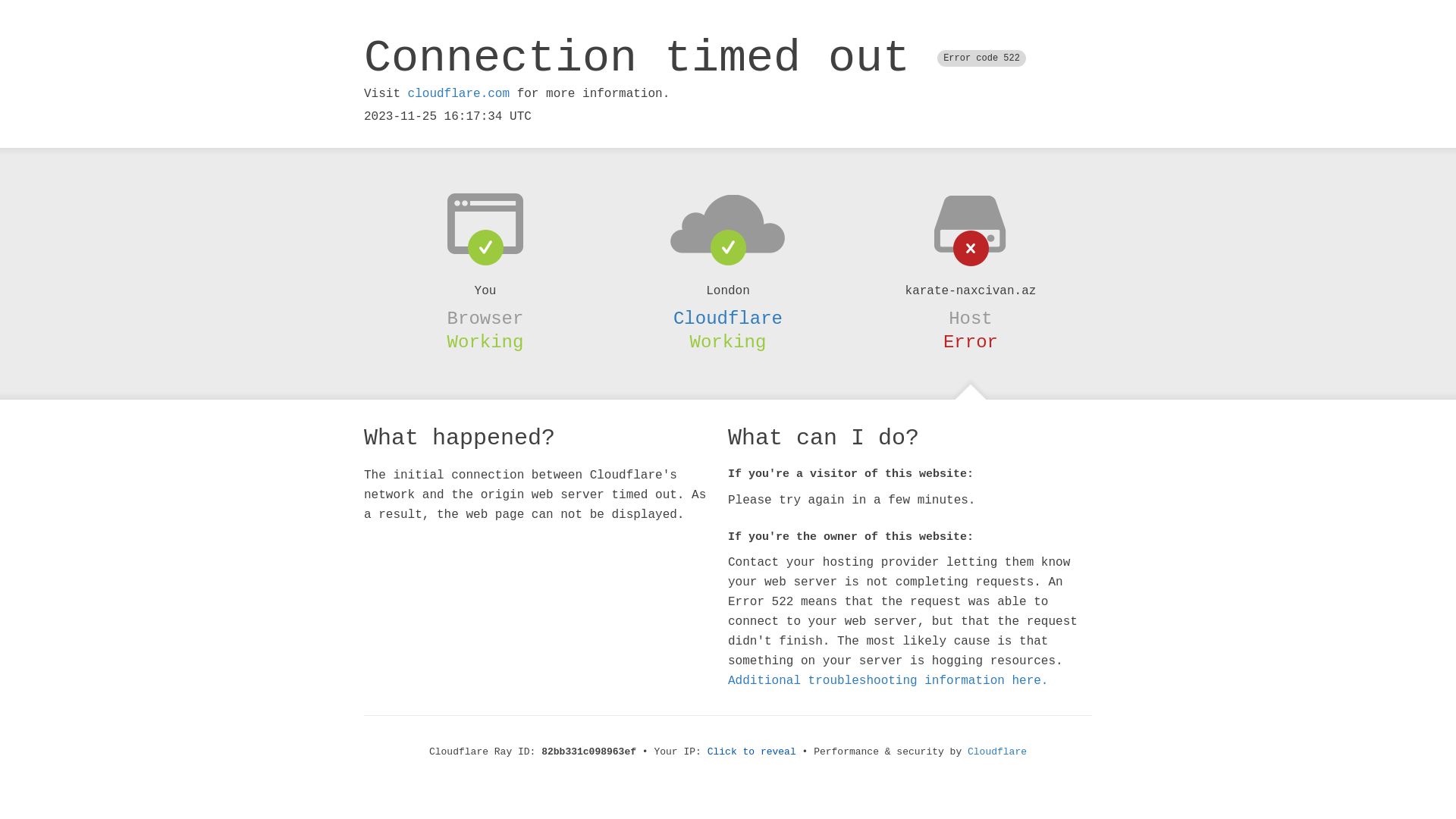 The width and height of the screenshot is (1456, 819). What do you see at coordinates (752, 752) in the screenshot?
I see `'Click to reveal'` at bounding box center [752, 752].